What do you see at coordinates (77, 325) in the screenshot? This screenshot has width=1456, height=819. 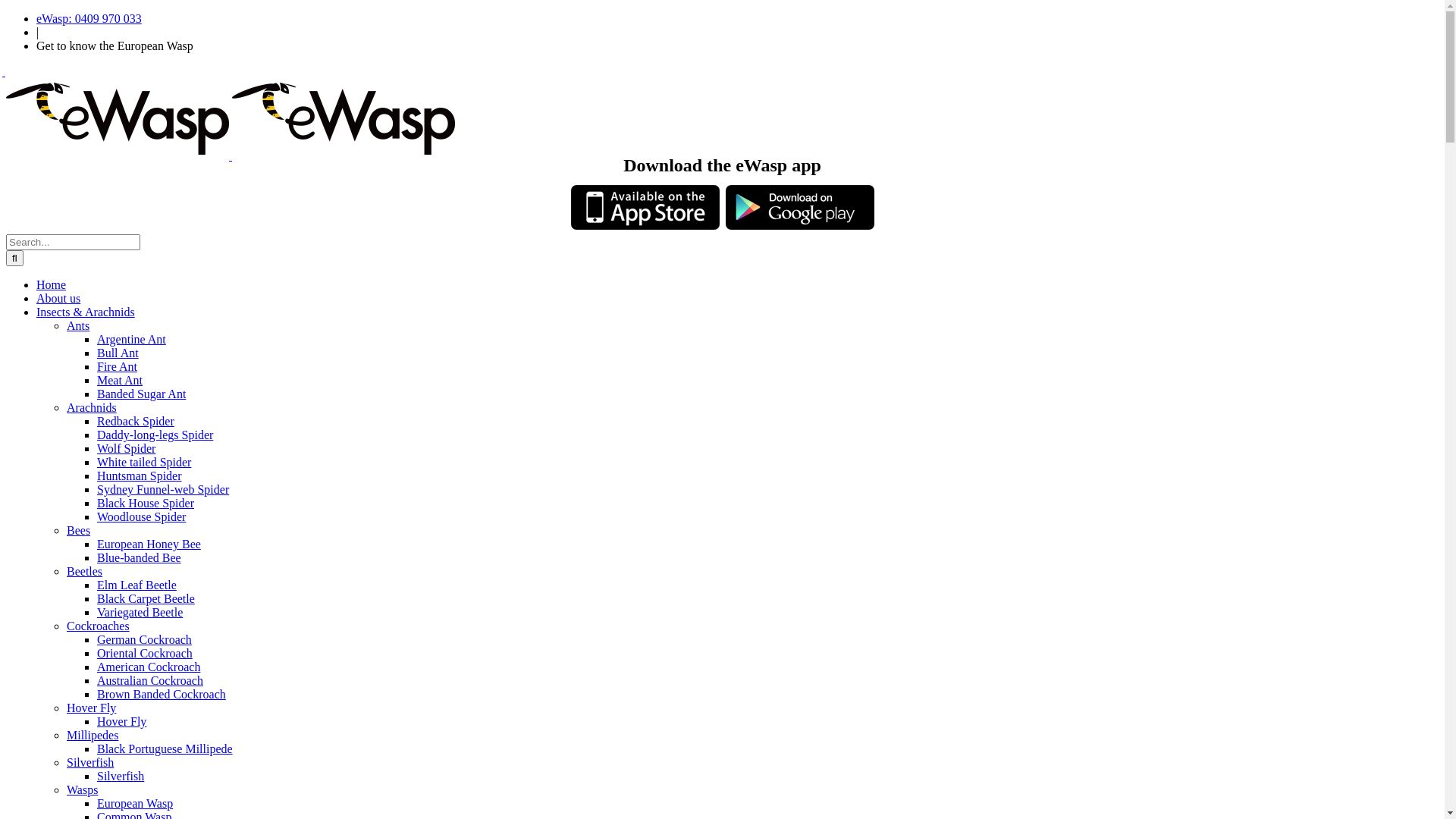 I see `'Ants'` at bounding box center [77, 325].